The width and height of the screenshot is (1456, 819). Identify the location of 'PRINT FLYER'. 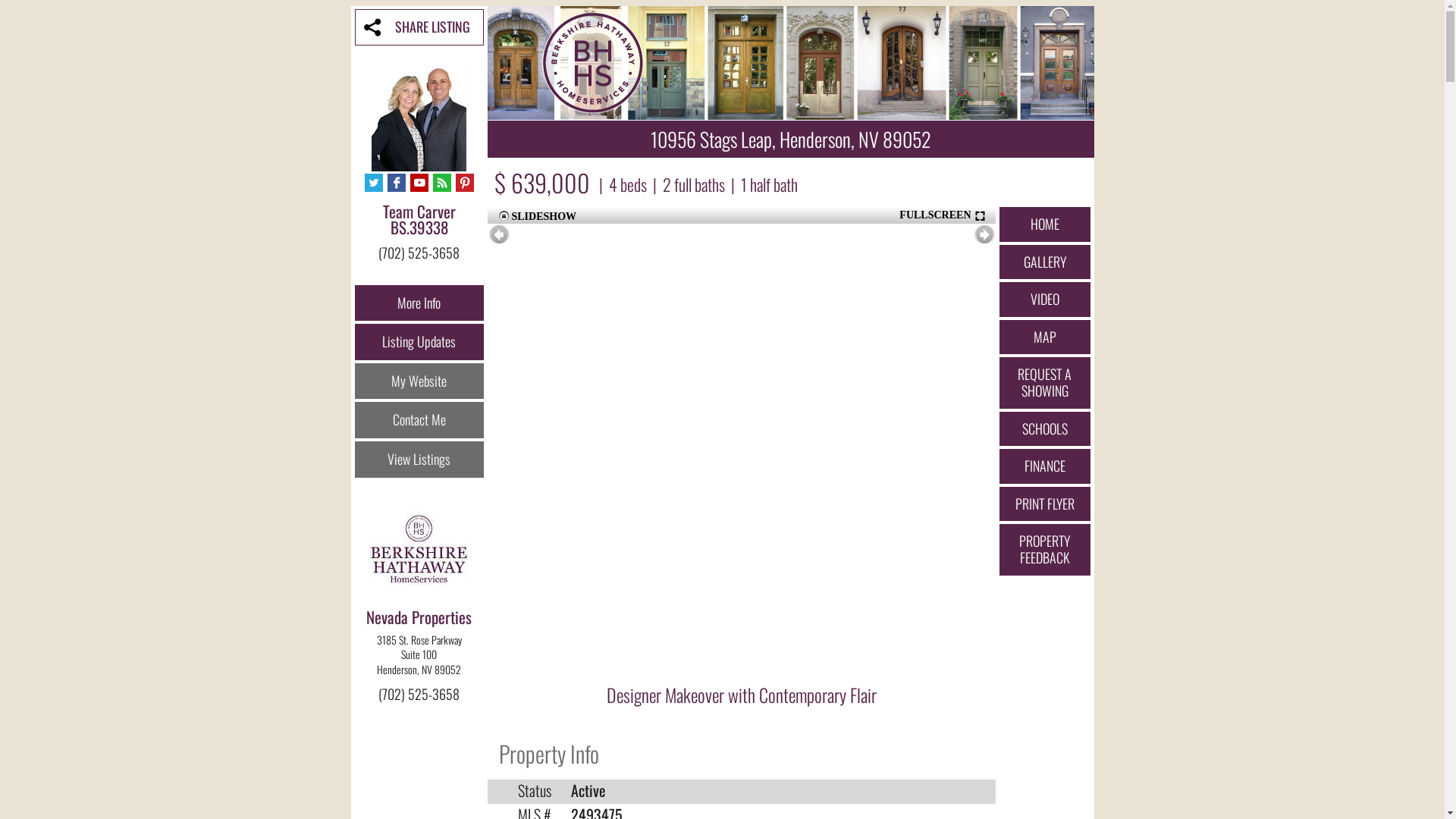
(1043, 504).